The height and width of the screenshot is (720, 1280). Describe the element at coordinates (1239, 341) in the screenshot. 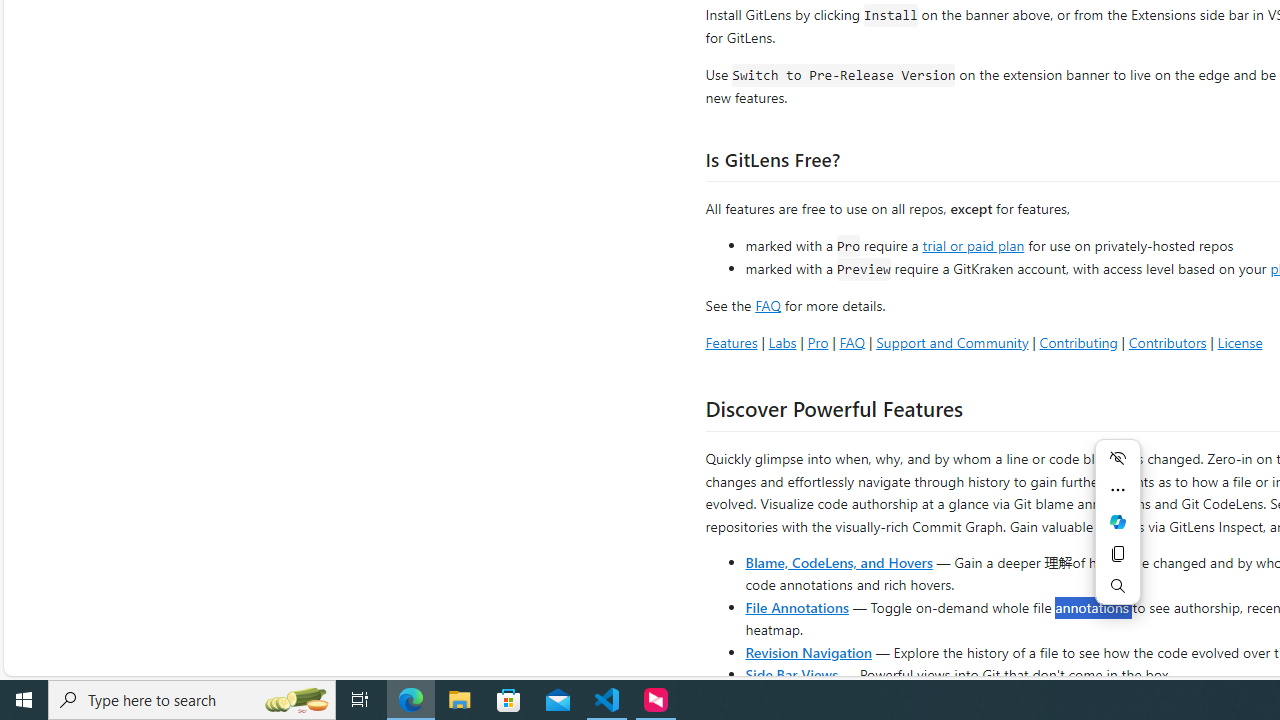

I see `'License'` at that location.